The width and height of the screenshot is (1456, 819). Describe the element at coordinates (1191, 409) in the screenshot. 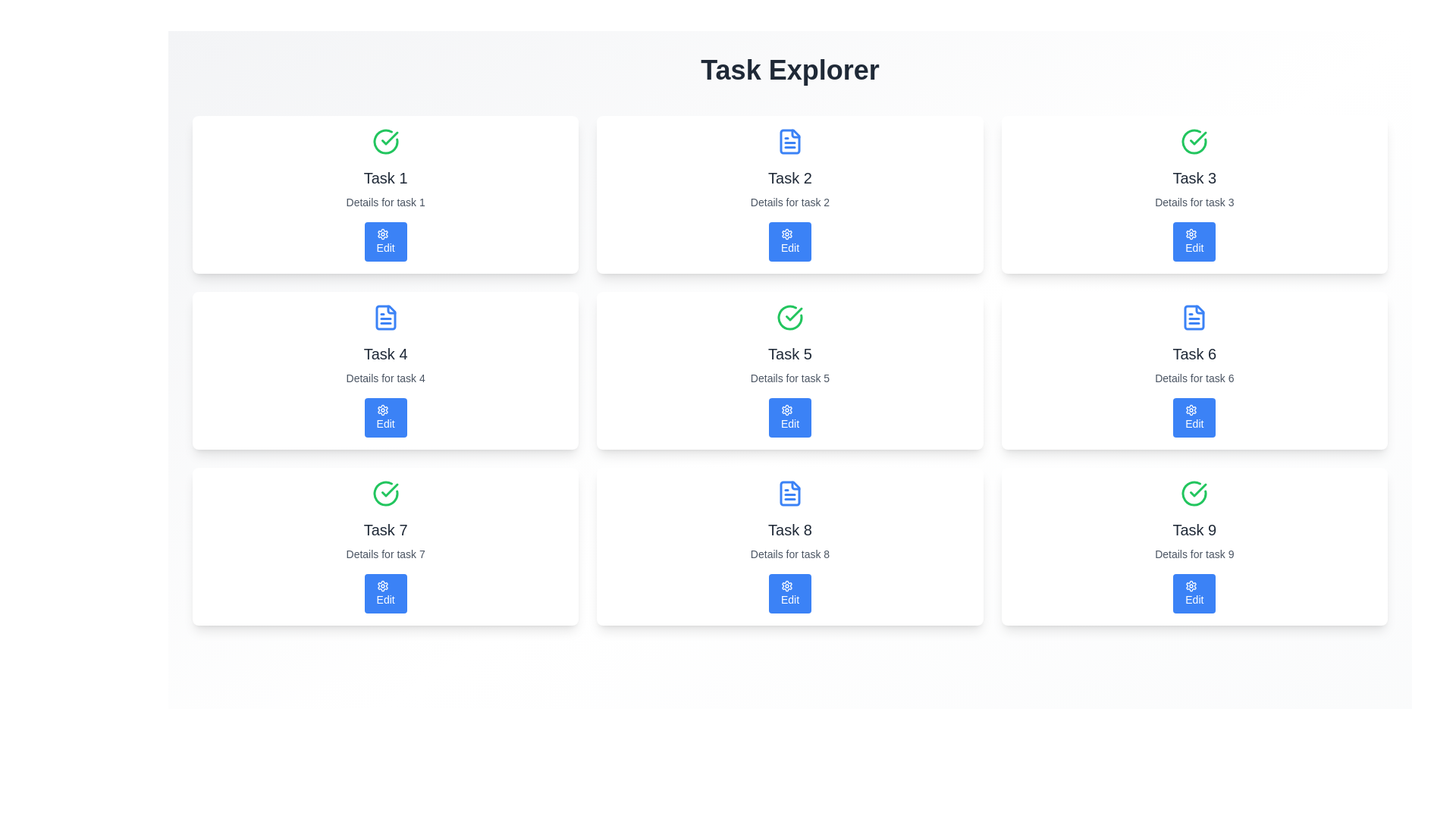

I see `the settings icon component located below the 'Task 6' text in the third row, middle column of the grid` at that location.